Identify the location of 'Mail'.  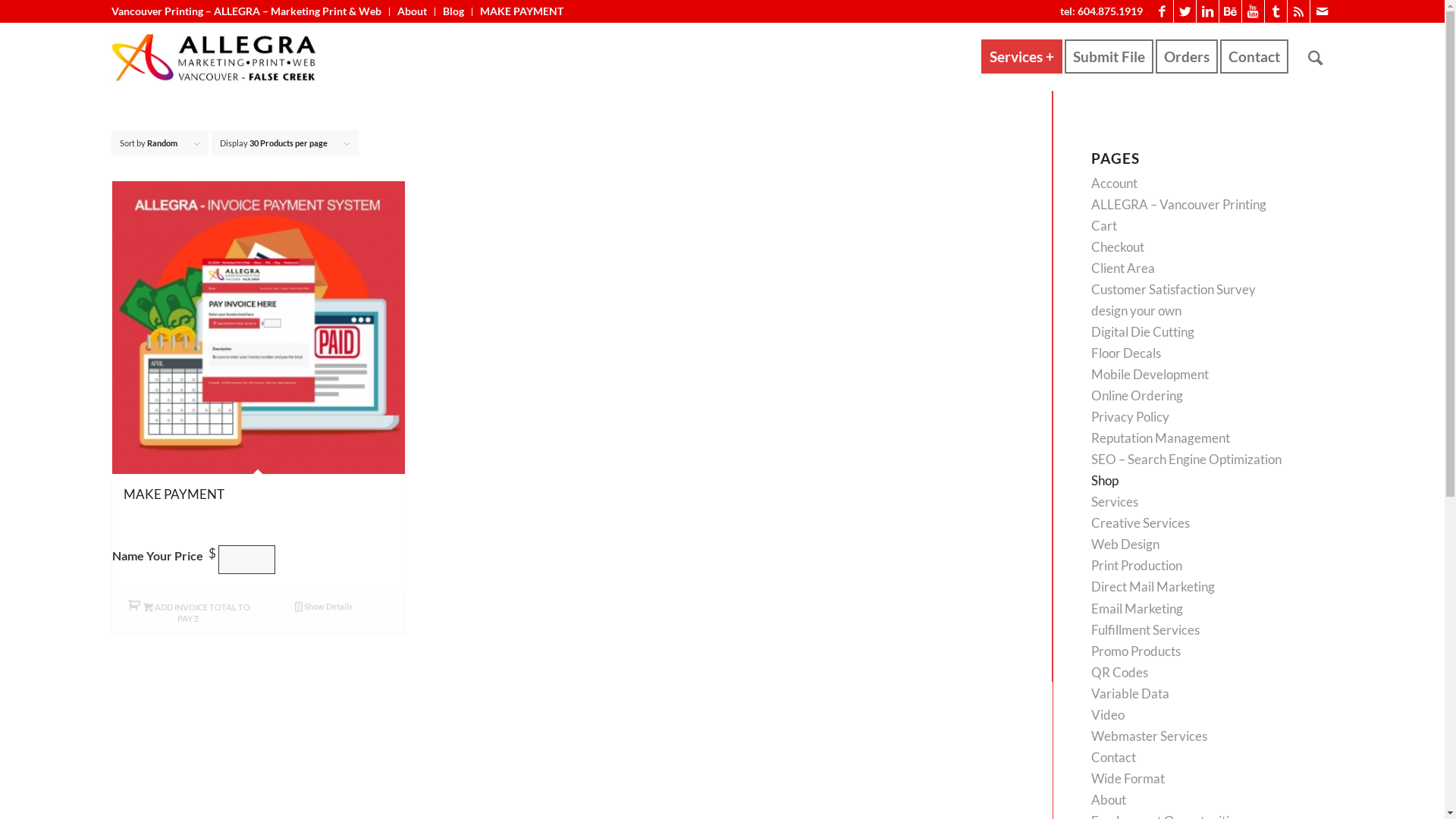
(1310, 11).